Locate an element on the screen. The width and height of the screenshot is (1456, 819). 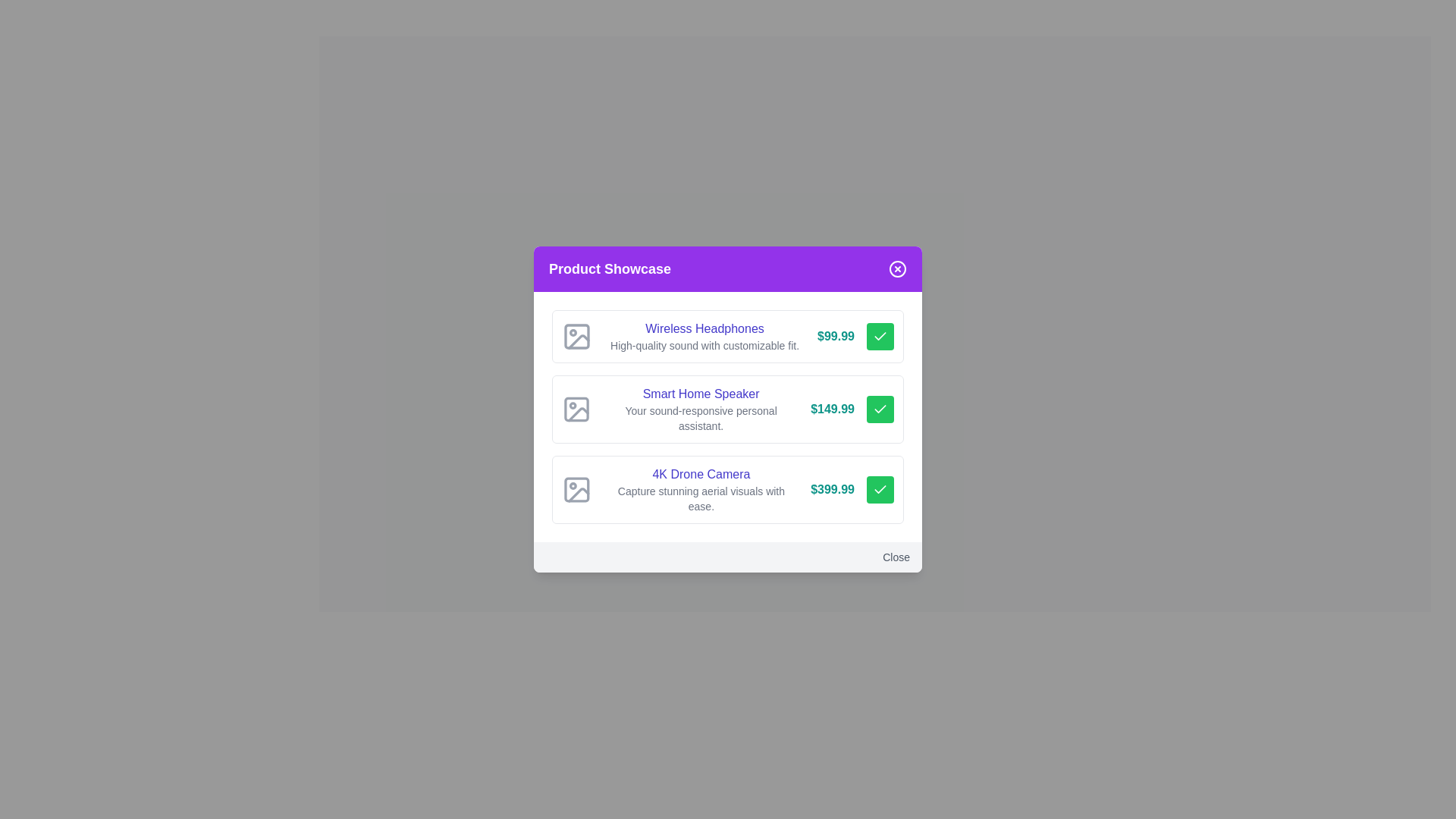
the checkmark icon indicating selection or confirmation for the 'Smart Home Speaker' product in the top-middle-right portion of the interface is located at coordinates (880, 409).